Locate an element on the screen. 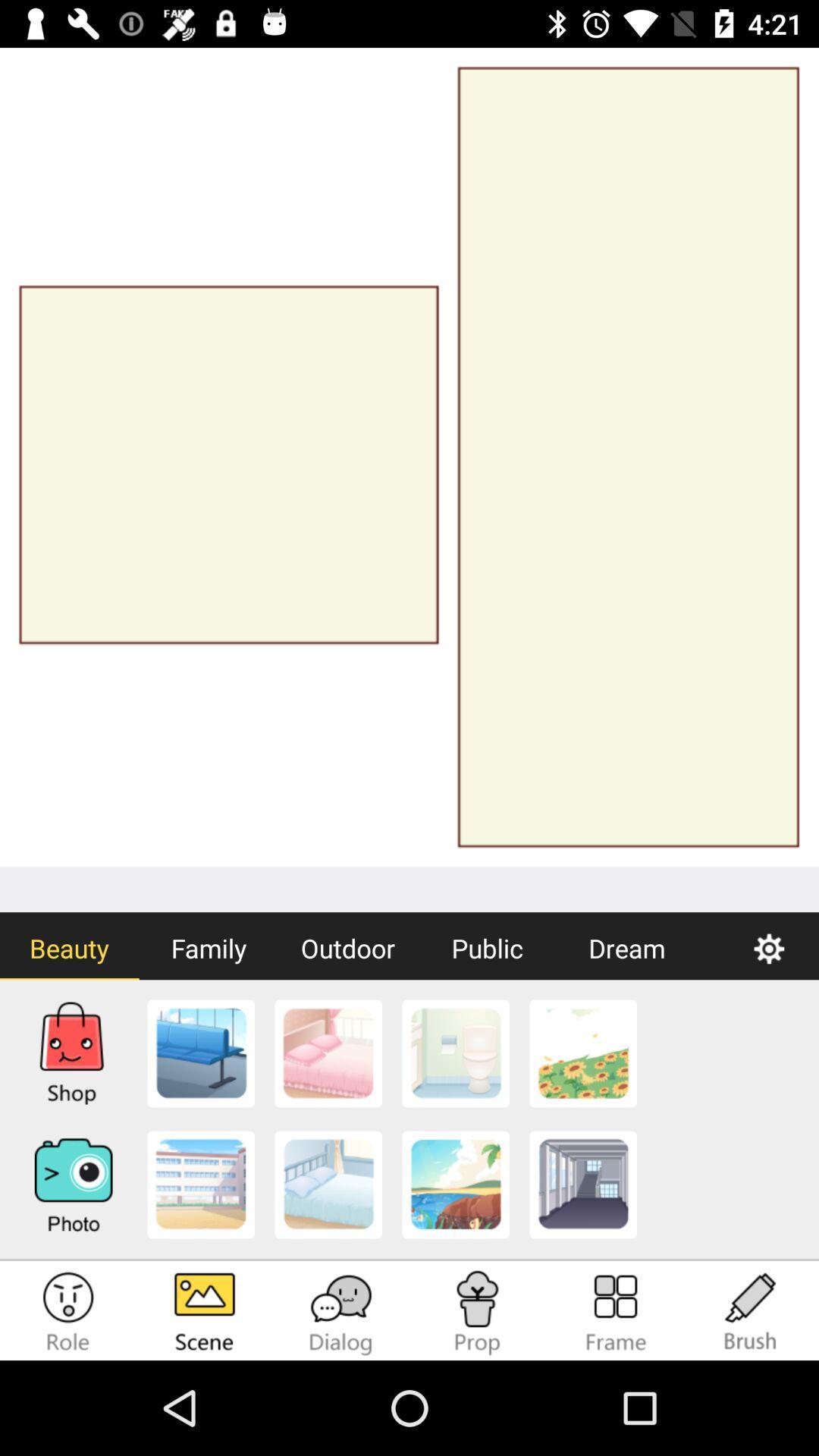 This screenshot has width=819, height=1456. the emoji icon is located at coordinates (476, 1312).